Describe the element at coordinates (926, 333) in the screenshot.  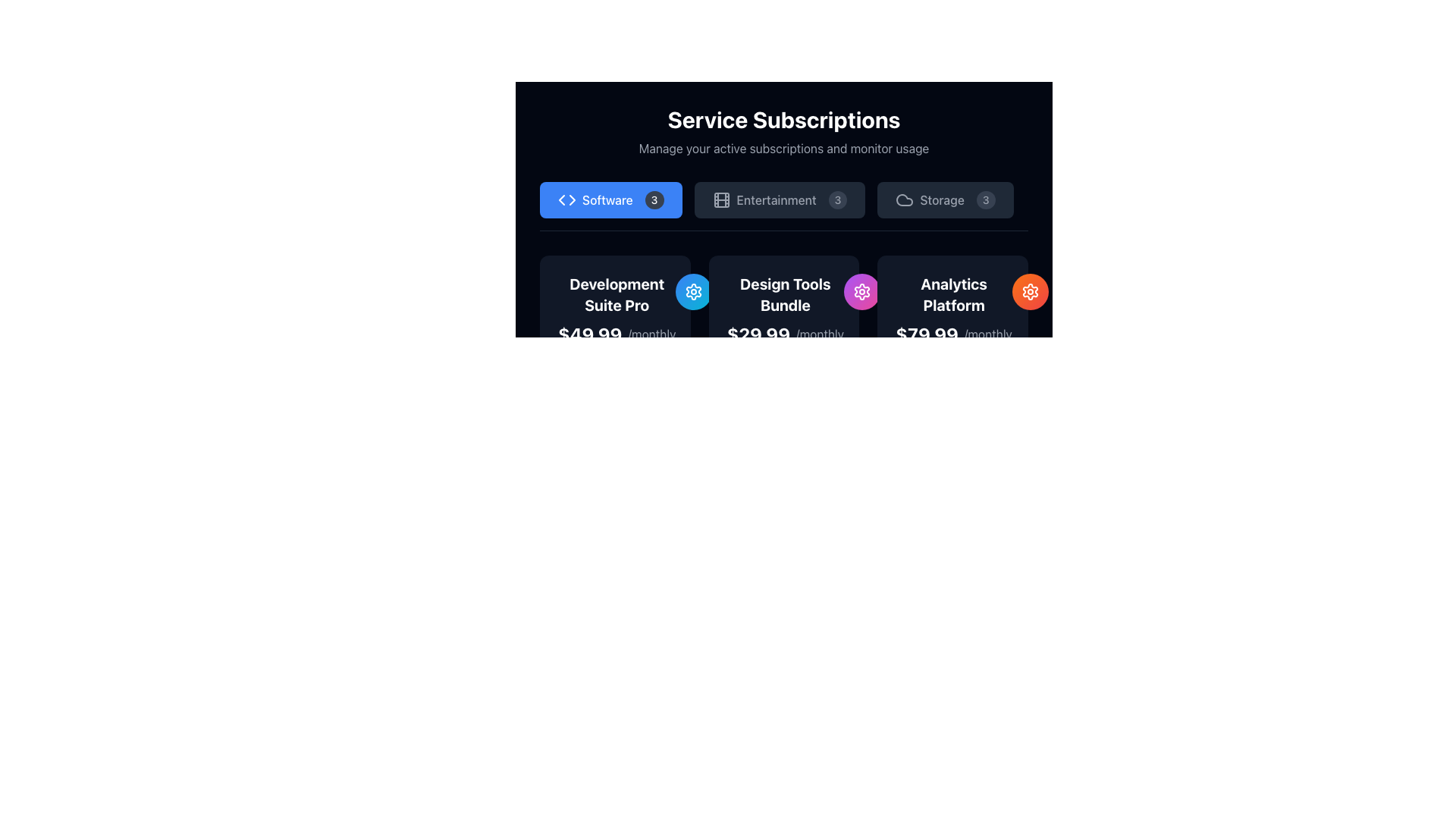
I see `the text label displaying the subscription cost for the 'Analytics Platform' service, which is centrally aligned within its pricing card and positioned to the left of the '/monthly' text` at that location.